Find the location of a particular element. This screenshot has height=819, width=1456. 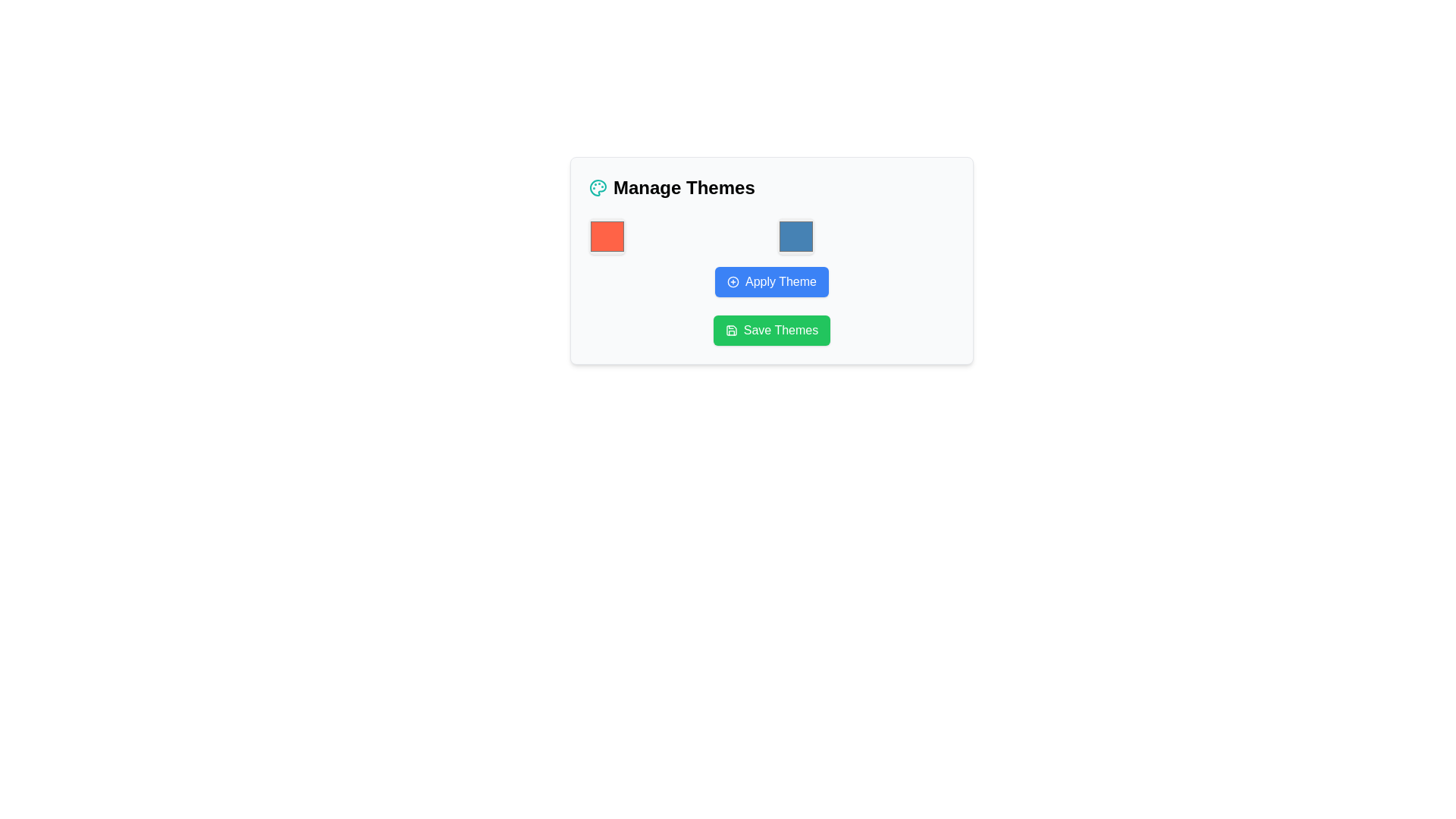

the 'Apply Theme' button with a blue background and white text is located at coordinates (771, 281).